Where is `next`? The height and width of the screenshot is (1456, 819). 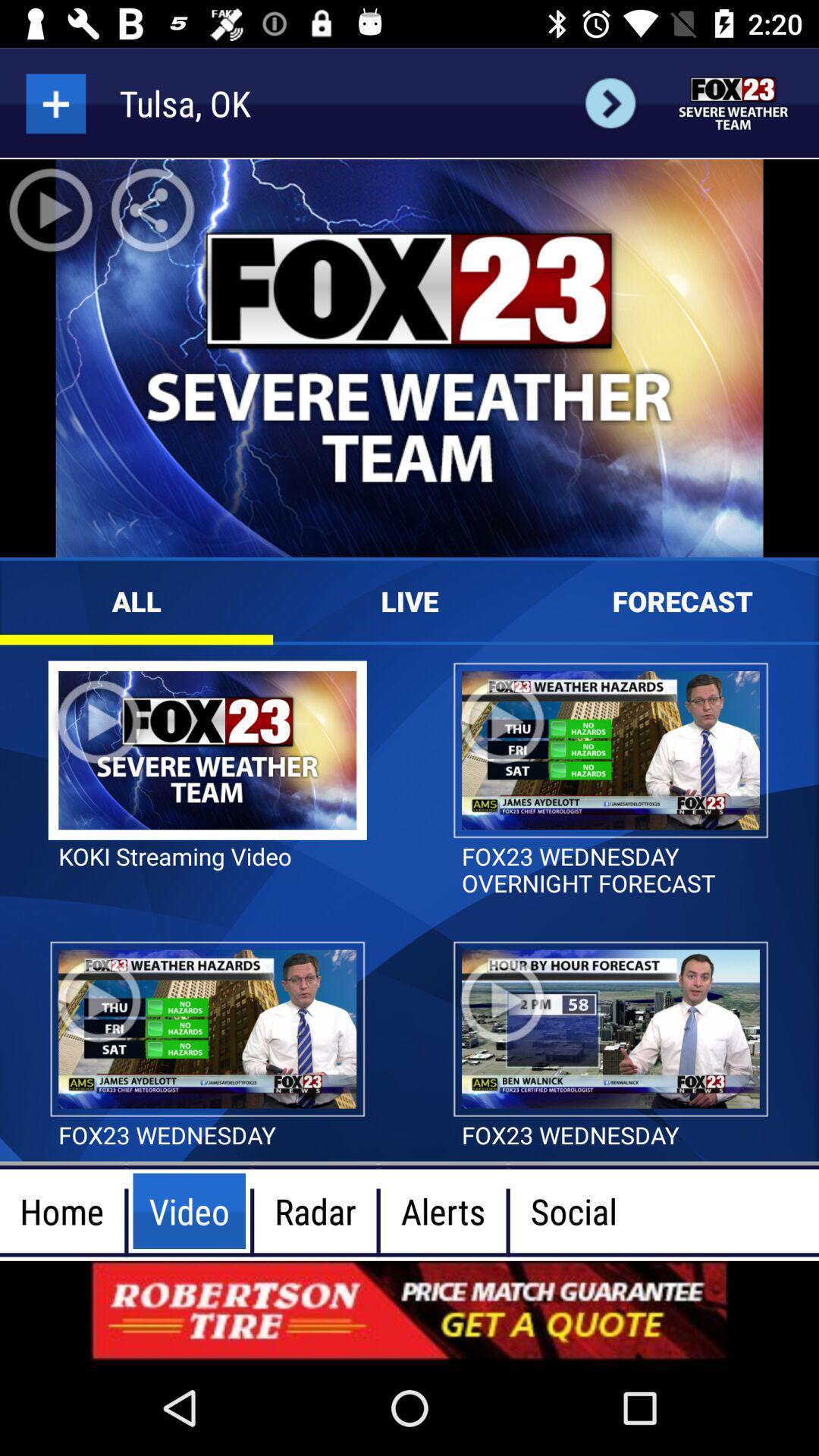 next is located at coordinates (610, 102).